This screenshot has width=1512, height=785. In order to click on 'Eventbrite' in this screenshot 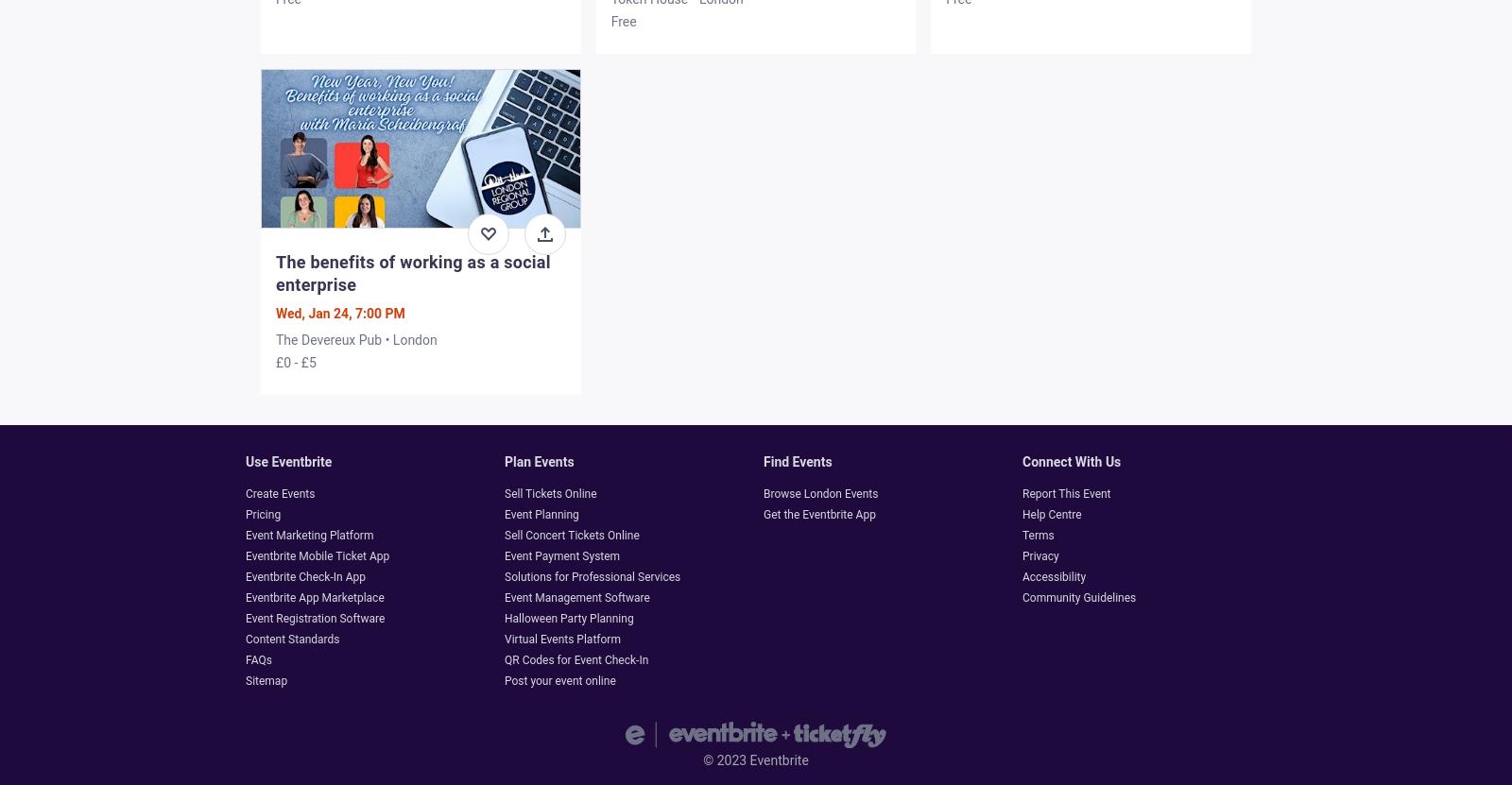, I will do `click(776, 759)`.